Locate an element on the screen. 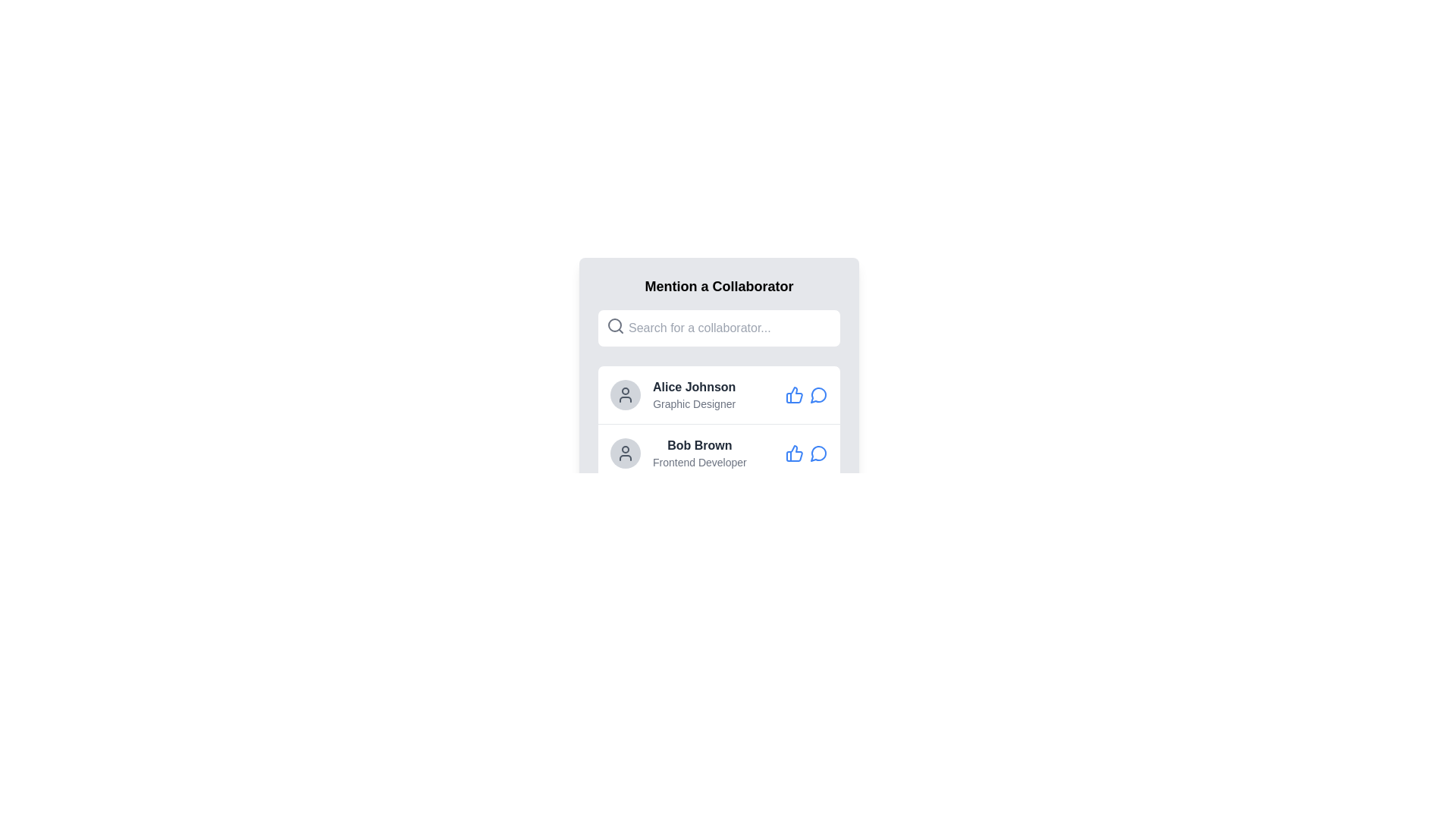 The height and width of the screenshot is (819, 1456). the text-based informational display component representing a collaborator's profile, located in the collaborator list below the search bar is located at coordinates (693, 394).